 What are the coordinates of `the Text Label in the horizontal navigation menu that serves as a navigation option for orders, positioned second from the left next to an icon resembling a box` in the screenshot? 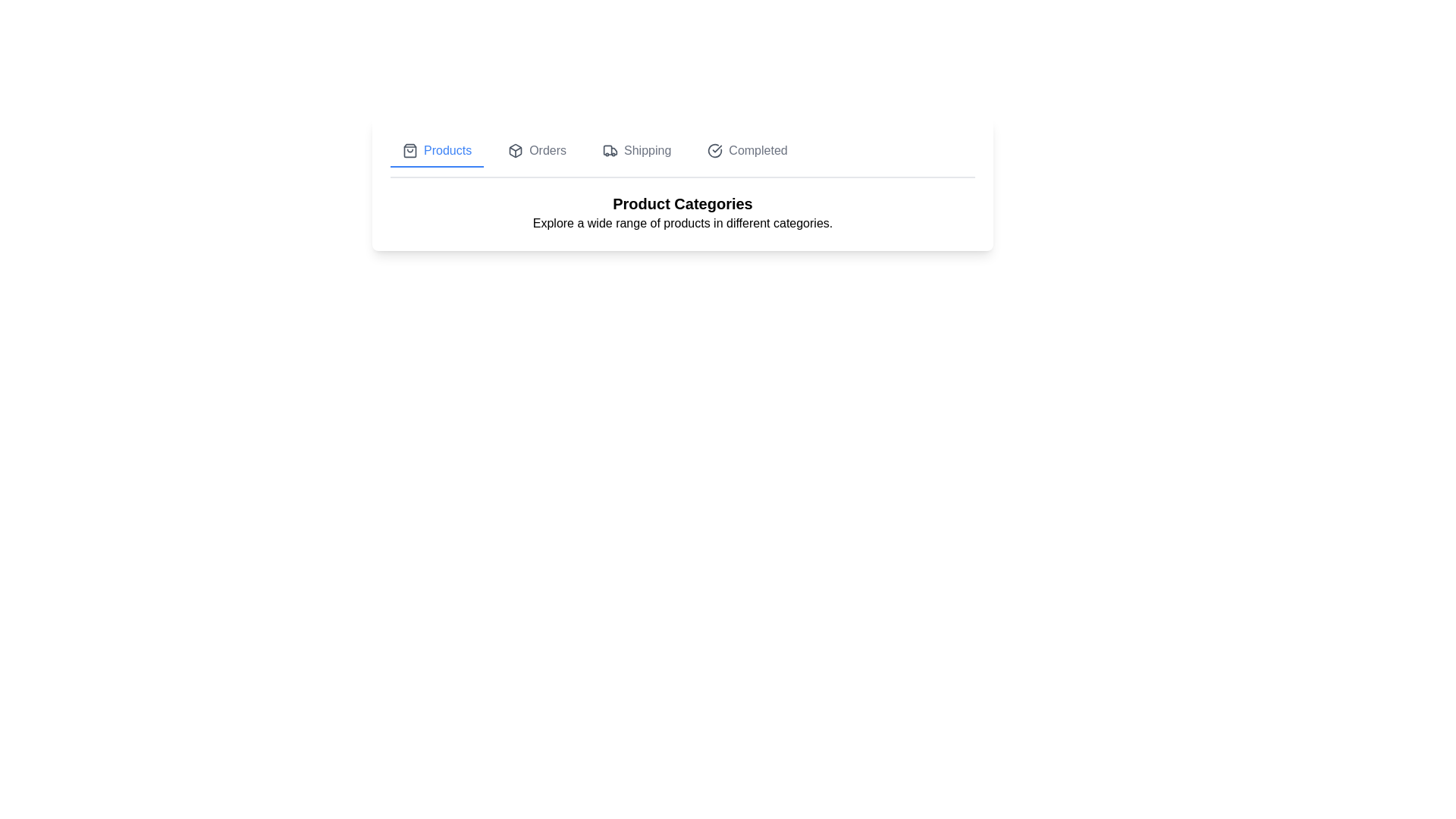 It's located at (547, 151).